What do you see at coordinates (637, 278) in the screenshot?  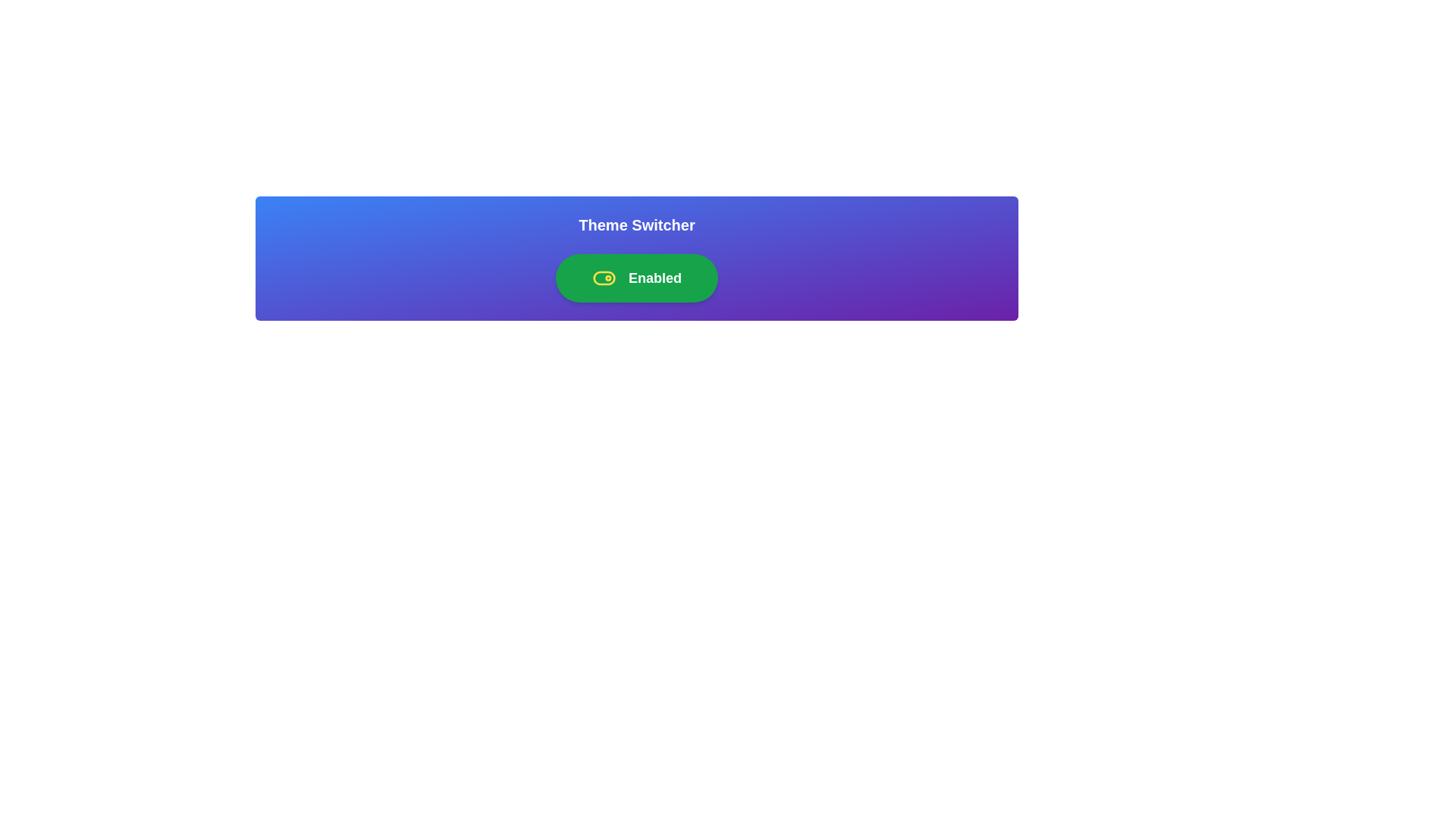 I see `the central toggle button to change the theme state` at bounding box center [637, 278].